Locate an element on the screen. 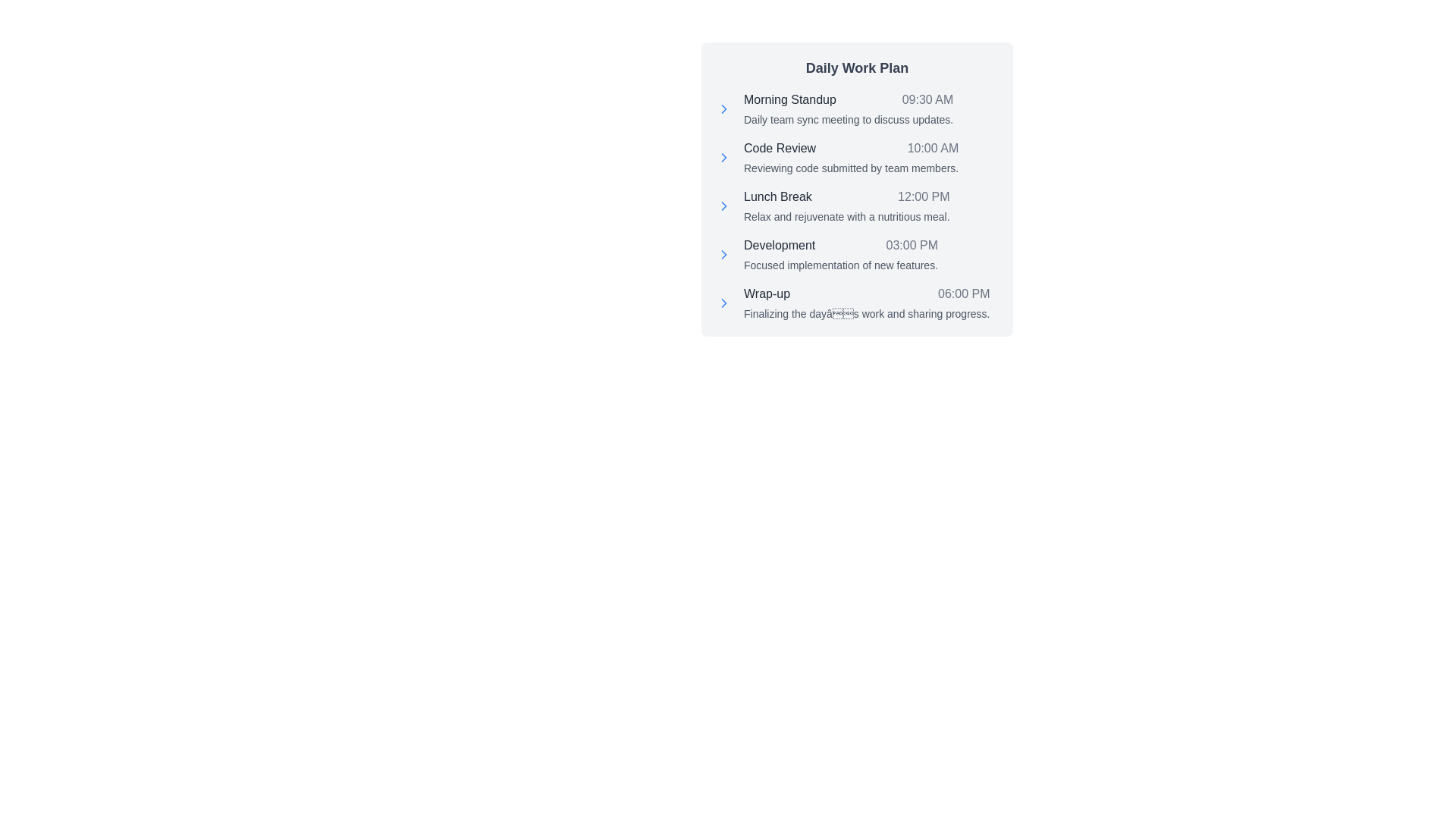 The image size is (1456, 819). the fourth entry is located at coordinates (857, 253).